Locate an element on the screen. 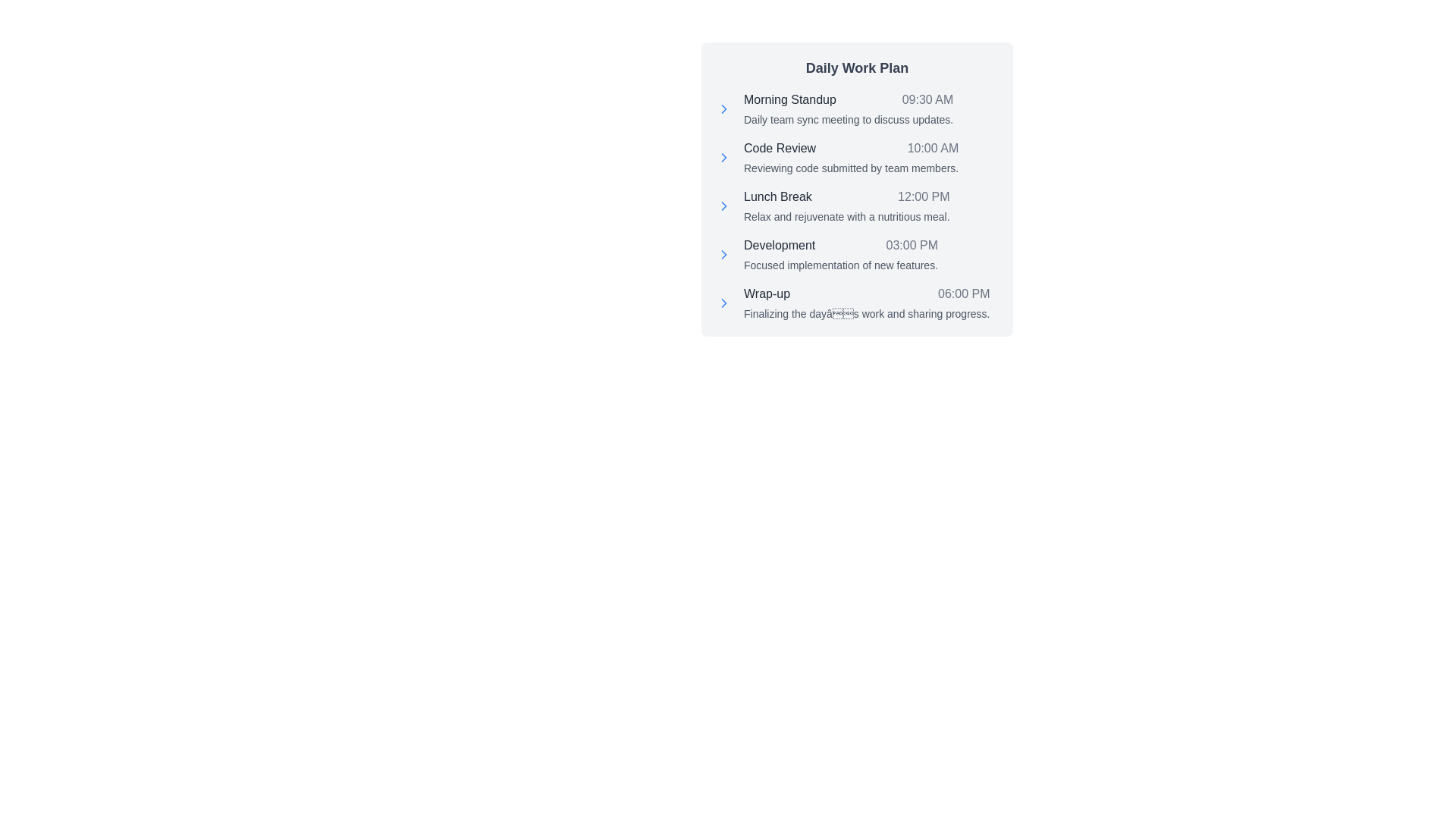 The image size is (1456, 819). the fourth entry is located at coordinates (857, 253).